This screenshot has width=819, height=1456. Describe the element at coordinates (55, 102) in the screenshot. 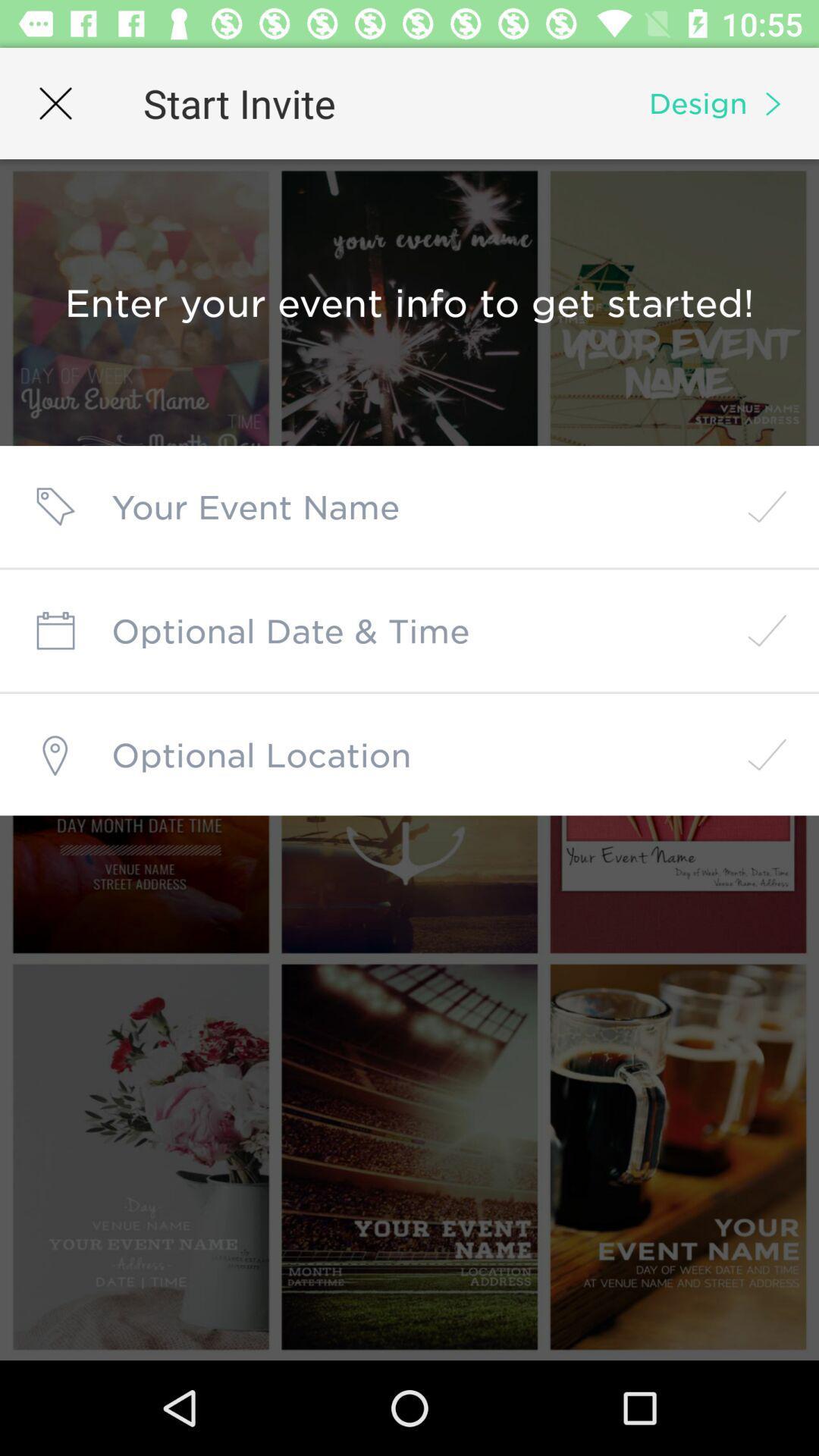

I see `the icon to the left of start invite` at that location.